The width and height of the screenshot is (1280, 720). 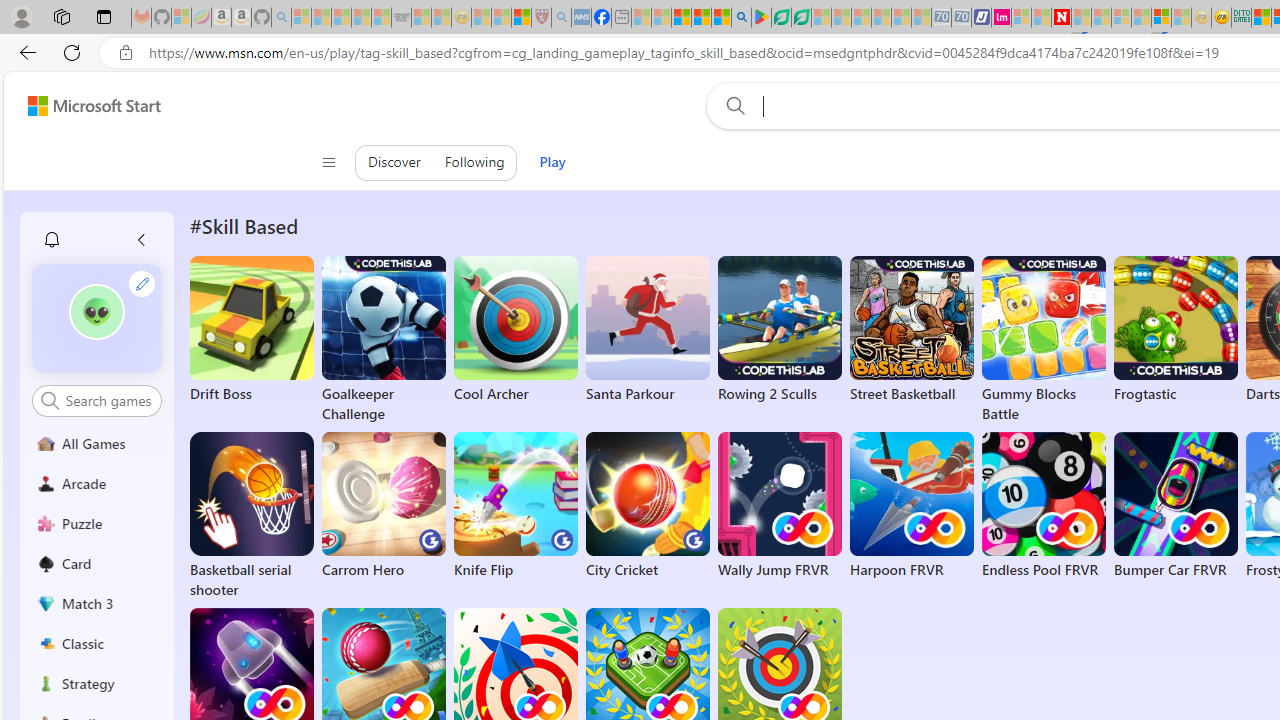 What do you see at coordinates (516, 505) in the screenshot?
I see `'Knife Flip'` at bounding box center [516, 505].